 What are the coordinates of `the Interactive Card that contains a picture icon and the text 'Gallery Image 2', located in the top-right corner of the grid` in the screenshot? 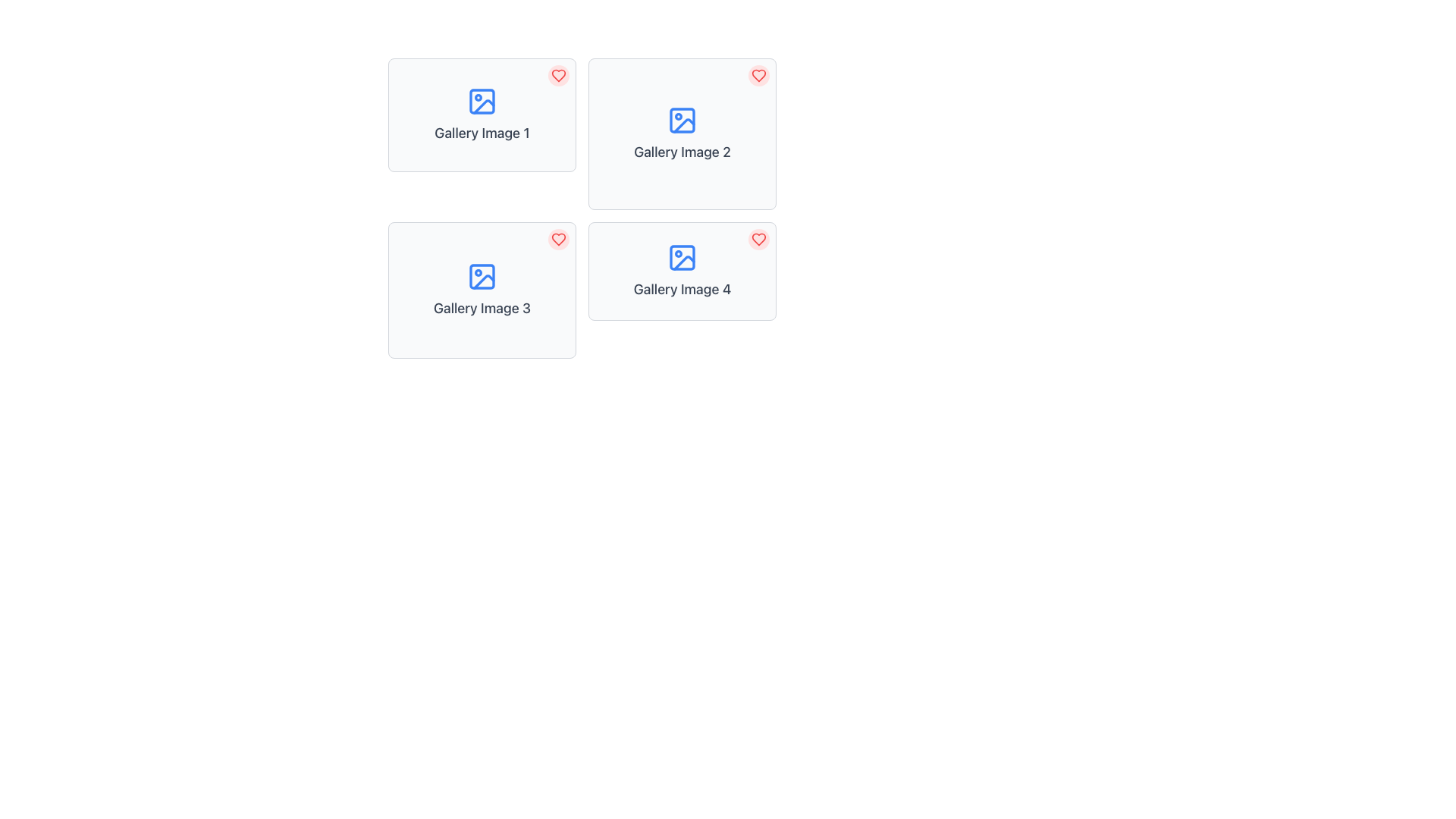 It's located at (682, 133).